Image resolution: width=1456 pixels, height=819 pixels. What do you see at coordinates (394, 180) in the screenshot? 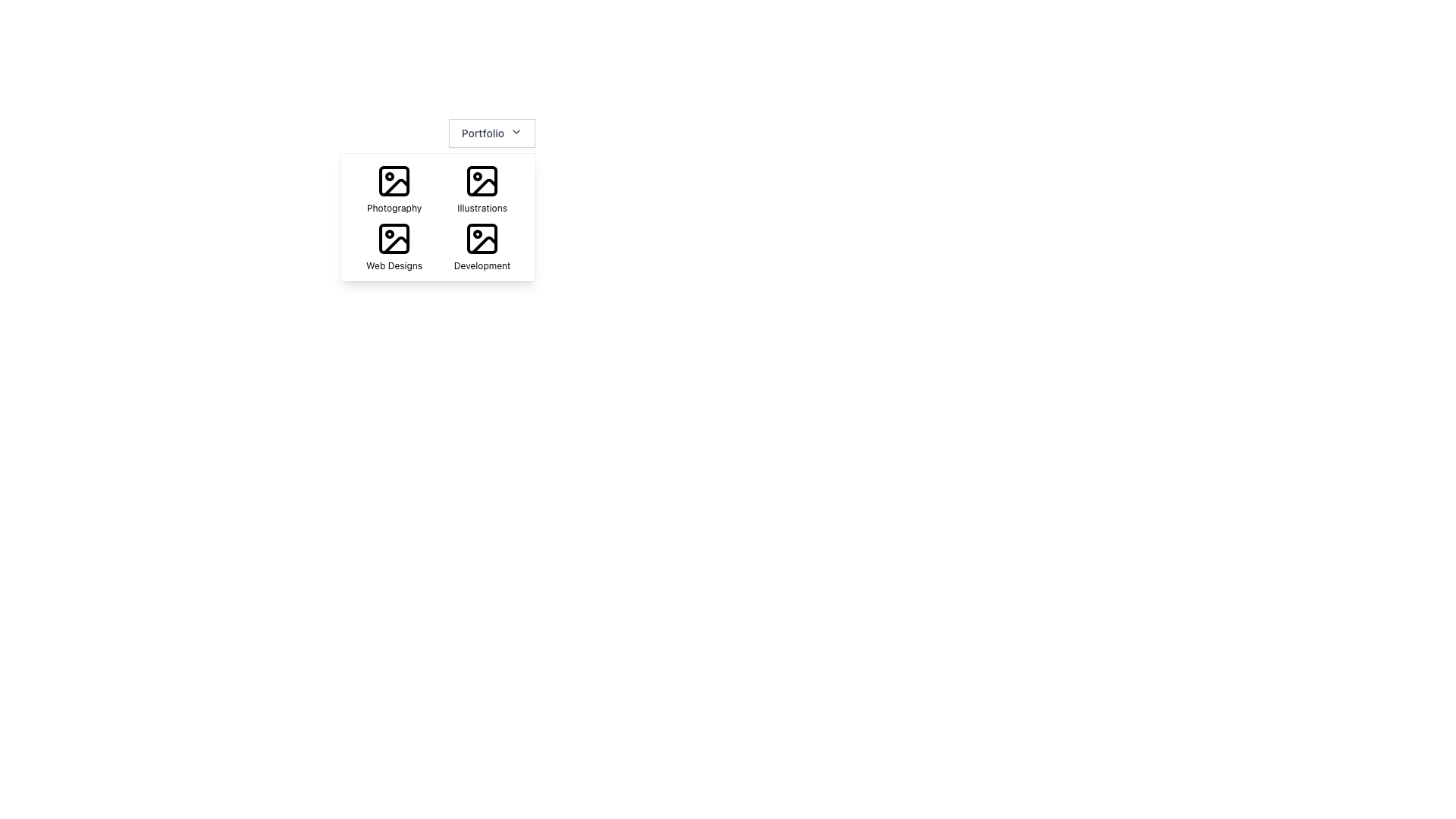
I see `the Icon displaying a photographic scene` at bounding box center [394, 180].